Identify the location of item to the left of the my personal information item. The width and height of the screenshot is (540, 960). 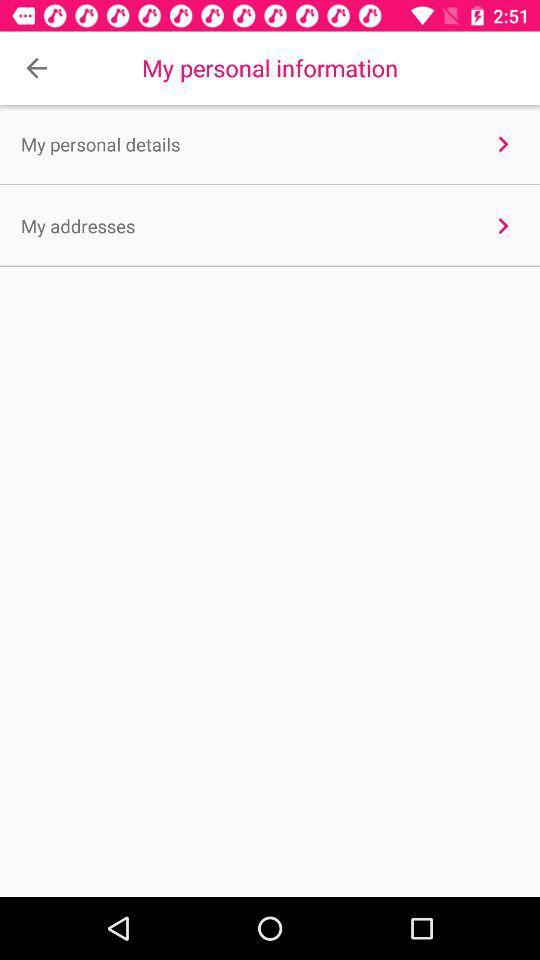
(36, 68).